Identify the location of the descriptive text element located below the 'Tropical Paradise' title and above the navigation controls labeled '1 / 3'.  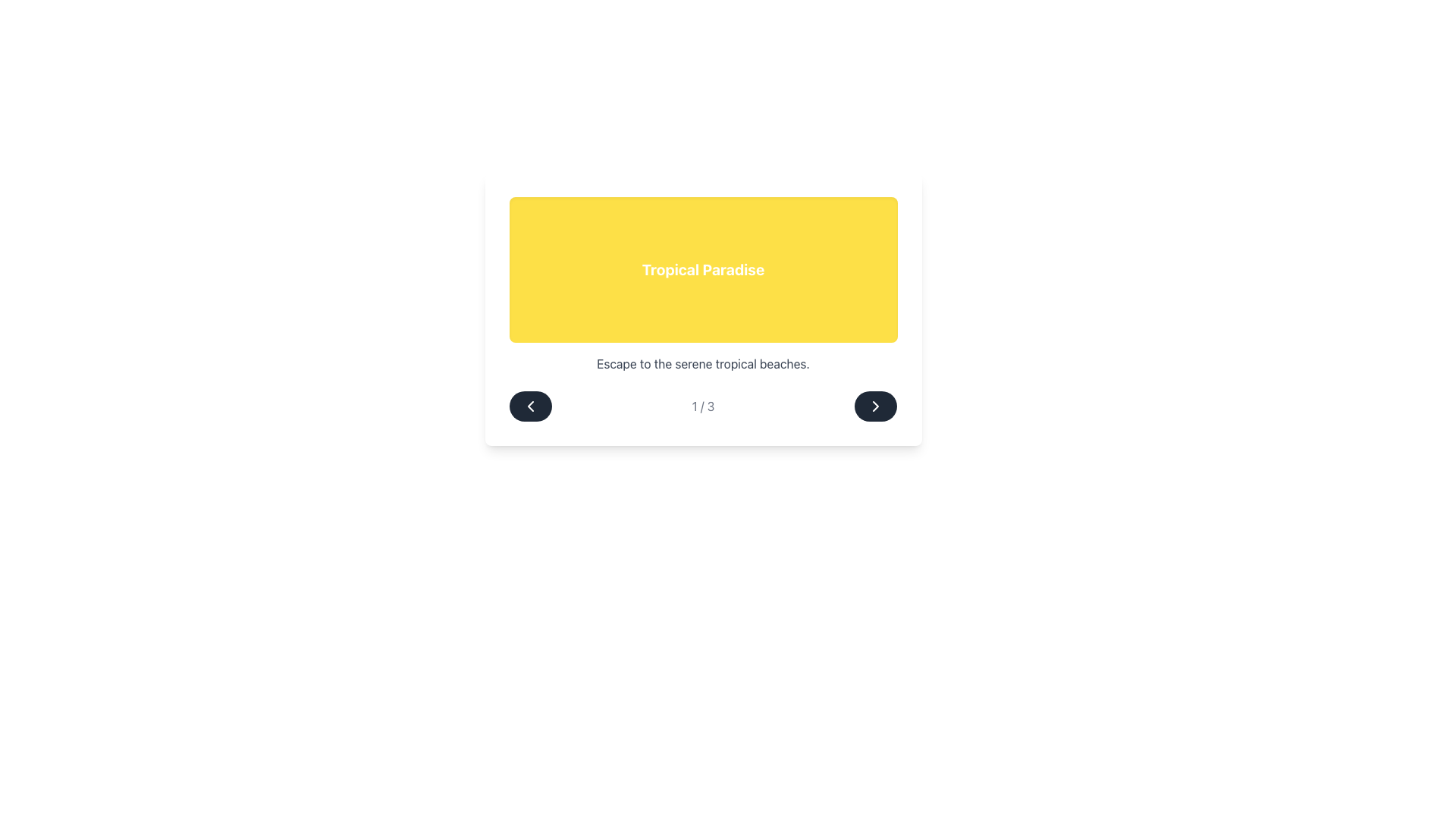
(702, 363).